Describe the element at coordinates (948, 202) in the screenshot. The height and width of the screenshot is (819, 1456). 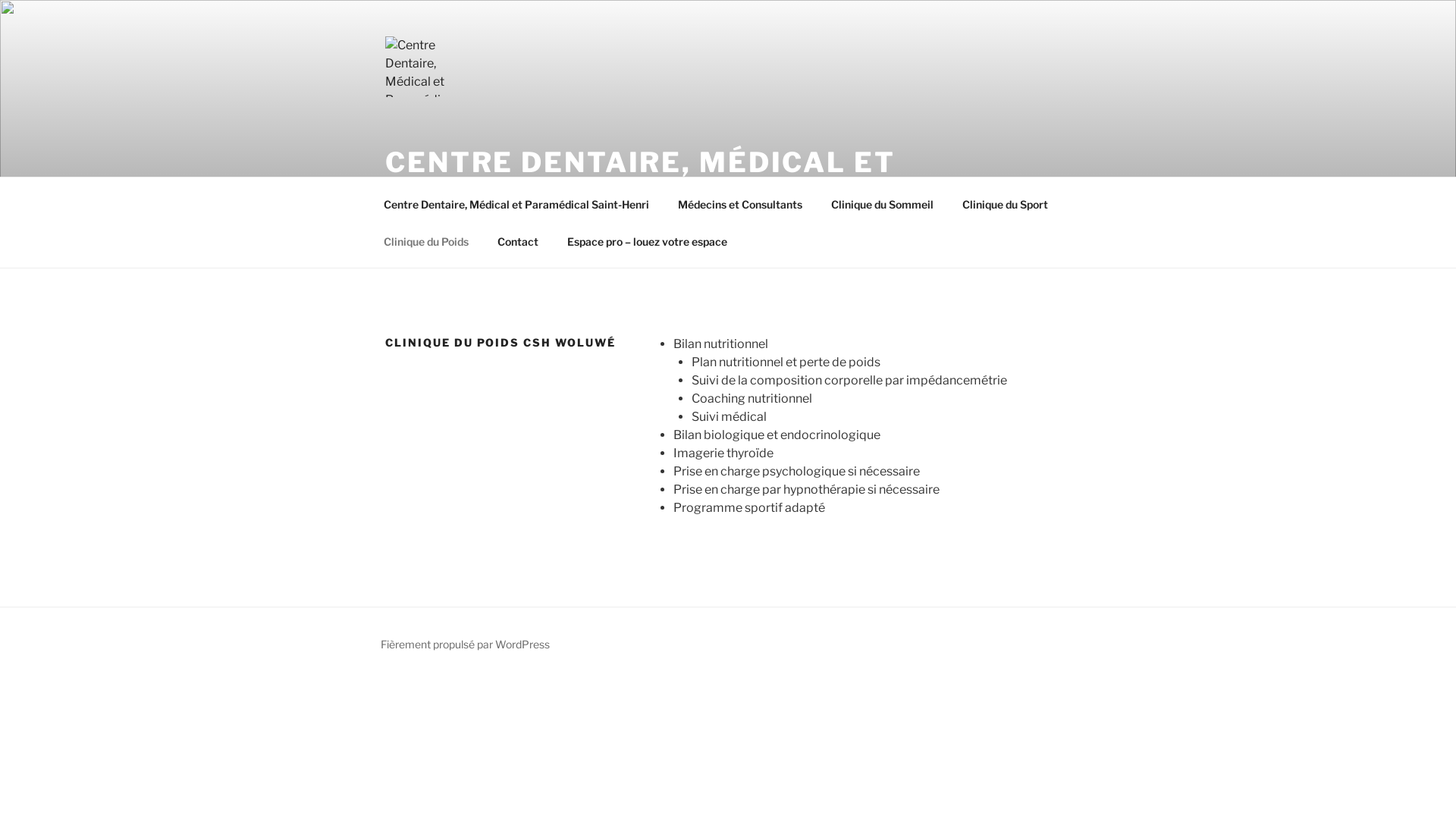
I see `'Clinique du Sport'` at that location.